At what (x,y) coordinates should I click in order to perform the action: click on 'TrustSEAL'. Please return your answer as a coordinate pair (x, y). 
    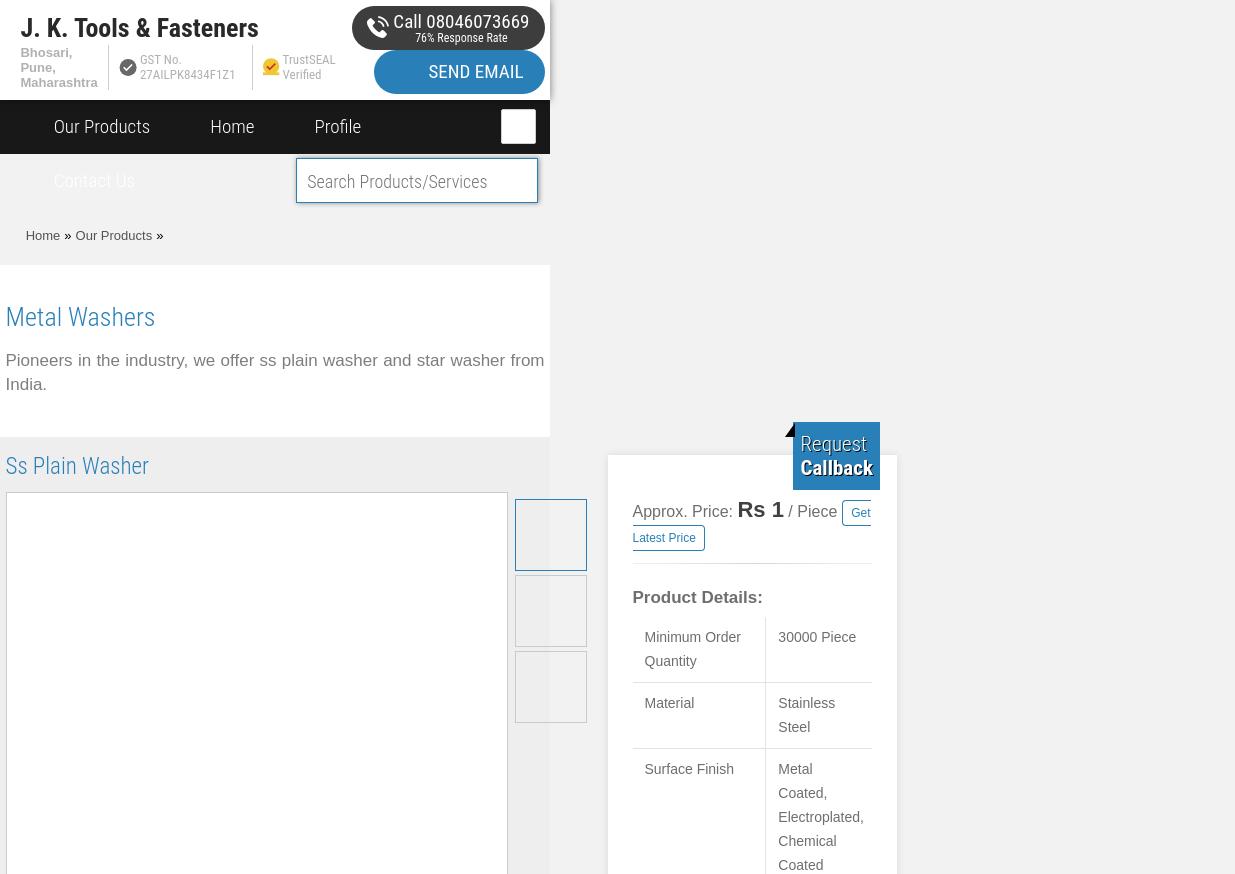
    Looking at the image, I should click on (308, 58).